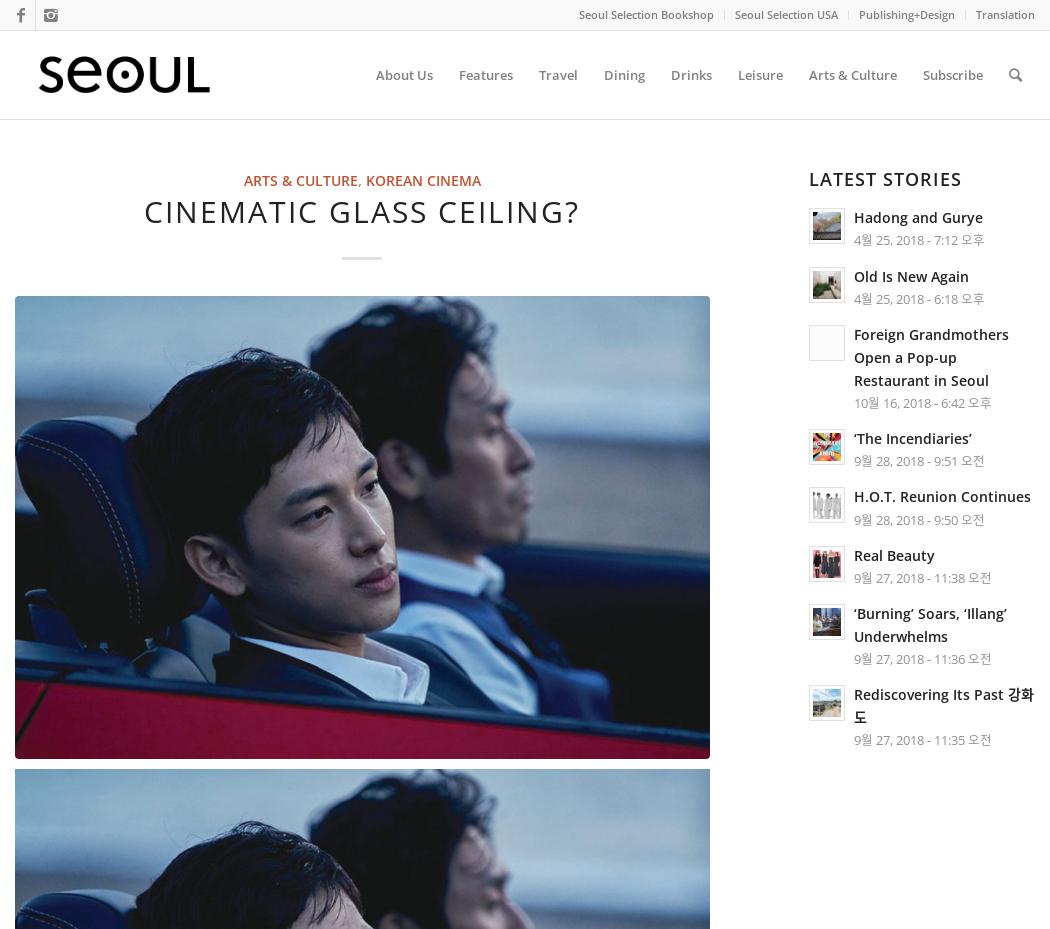  What do you see at coordinates (883, 179) in the screenshot?
I see `'Latest Stories'` at bounding box center [883, 179].